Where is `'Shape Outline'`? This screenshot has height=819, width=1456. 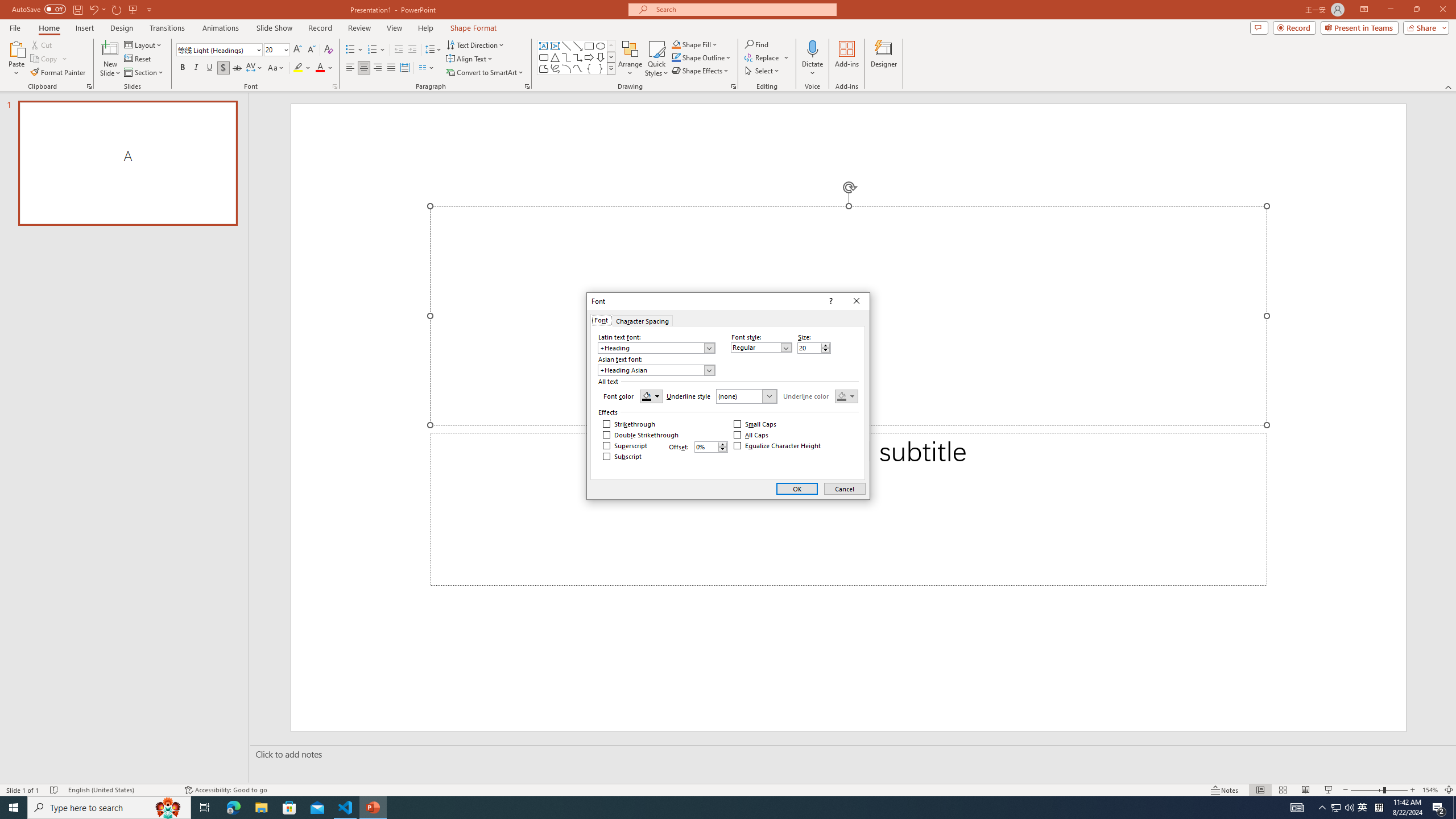 'Shape Outline' is located at coordinates (701, 56).